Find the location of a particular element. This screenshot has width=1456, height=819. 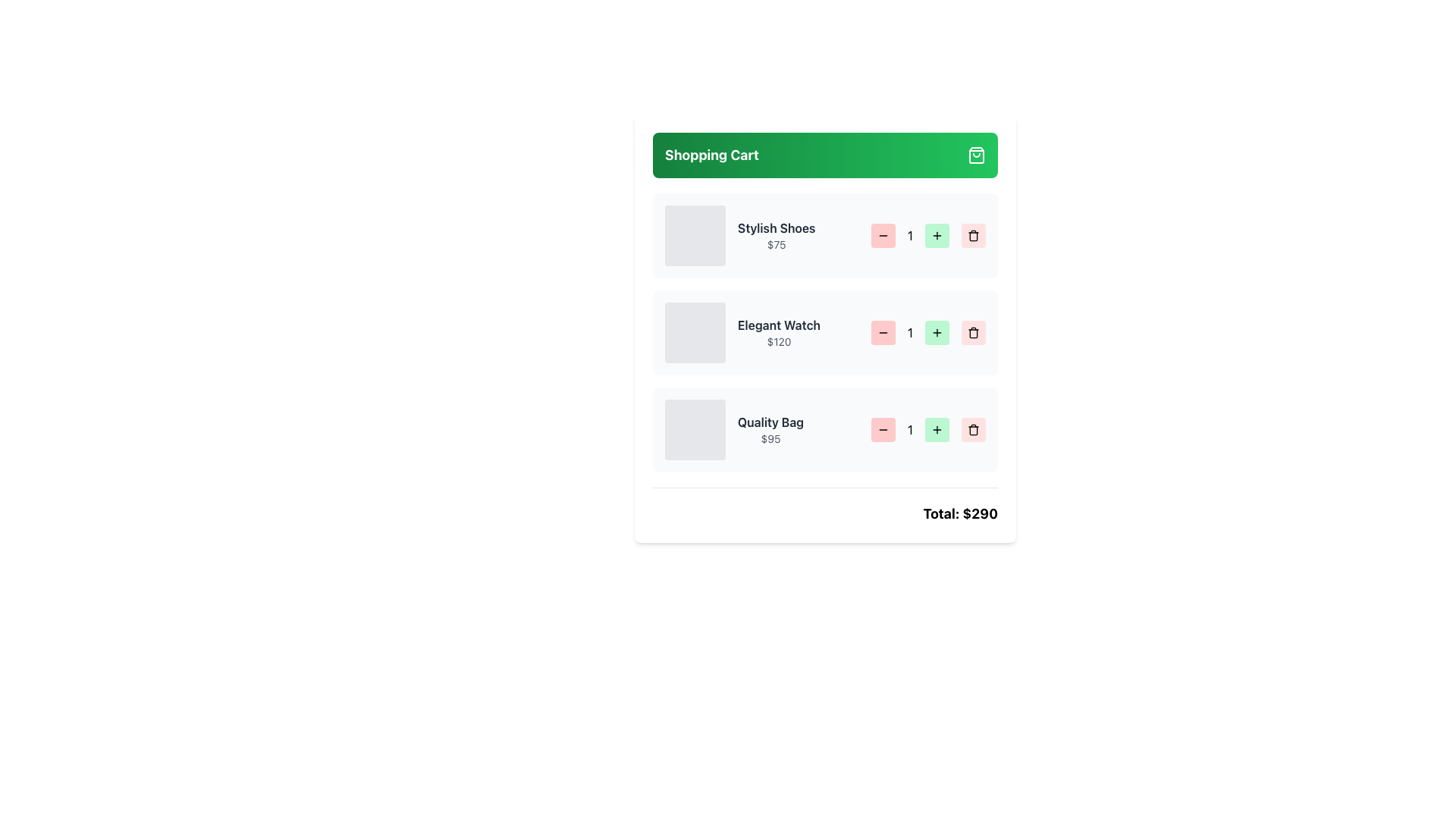

the delete button for the 'Stylish Shoes' item in the shopping cart to change its background color to a deeper red is located at coordinates (973, 236).